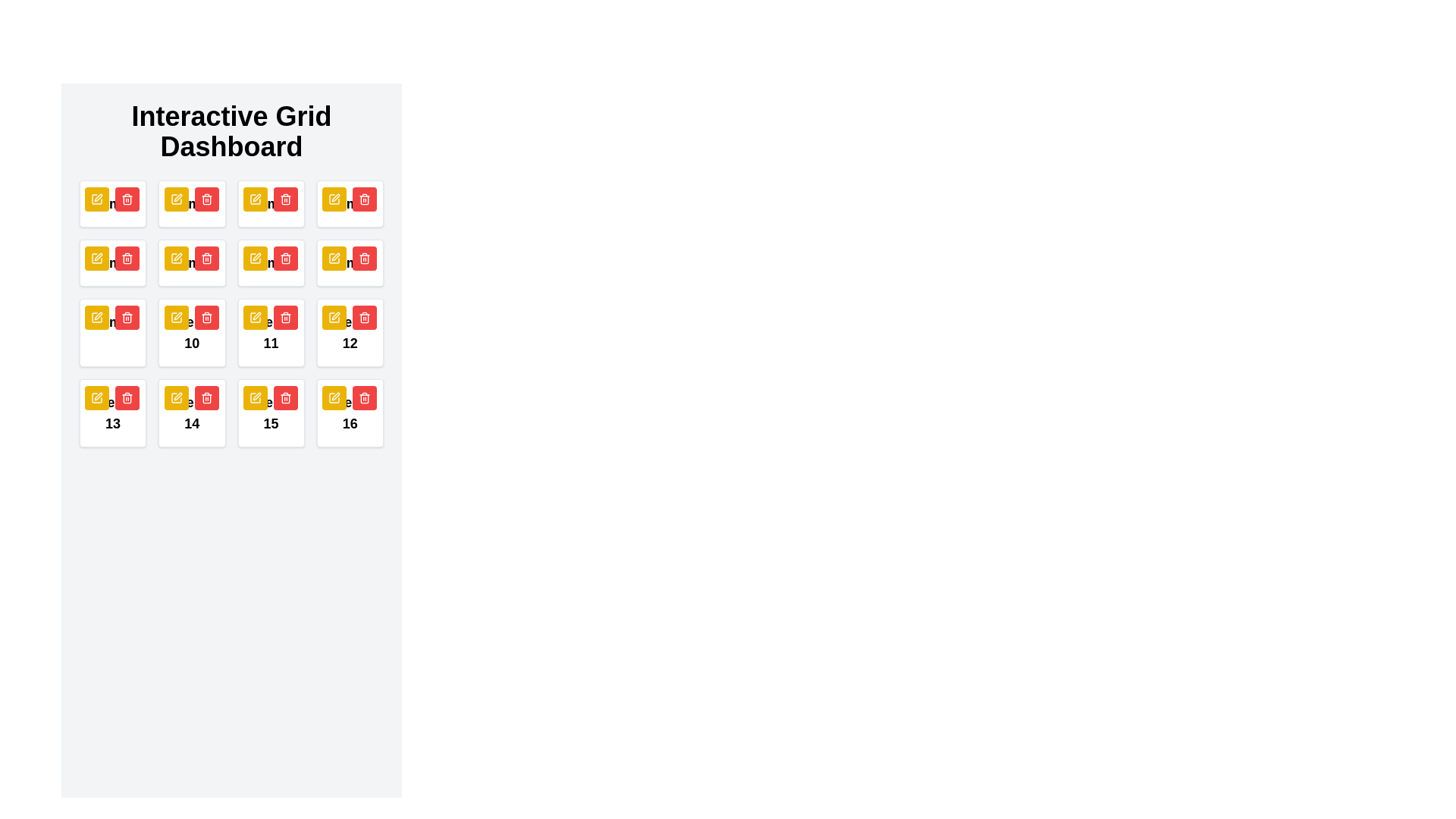 Image resolution: width=1456 pixels, height=819 pixels. I want to click on the delete button located in the top-right corner of the card labeled 'Item 6' to initiate the deletion process, so click(190, 257).